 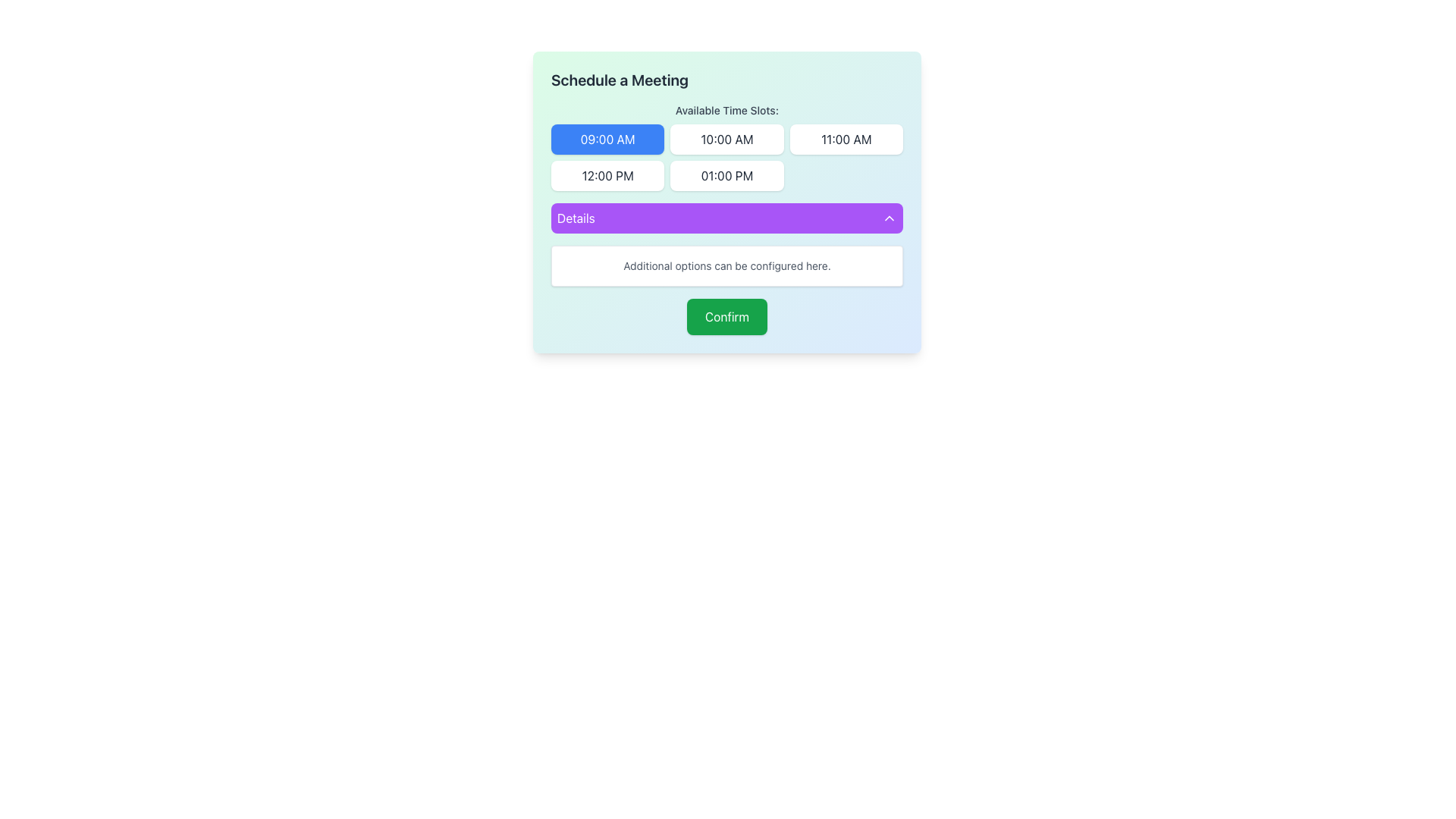 What do you see at coordinates (726, 110) in the screenshot?
I see `the descriptive text label located in the 'Schedule a Meeting' section, which indicates the purpose of the time slot selection below it` at bounding box center [726, 110].